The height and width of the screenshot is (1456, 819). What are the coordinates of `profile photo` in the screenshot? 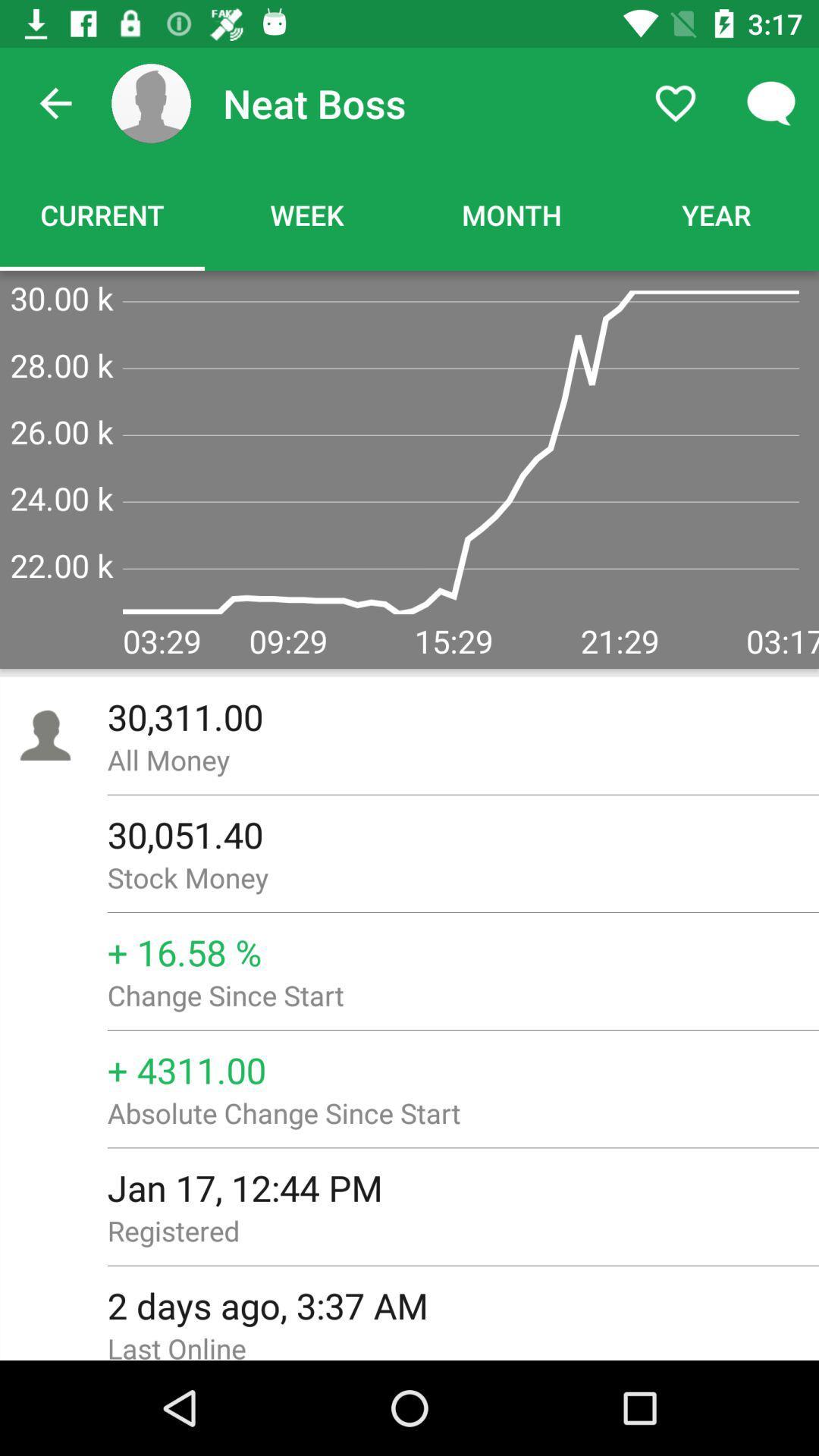 It's located at (151, 102).